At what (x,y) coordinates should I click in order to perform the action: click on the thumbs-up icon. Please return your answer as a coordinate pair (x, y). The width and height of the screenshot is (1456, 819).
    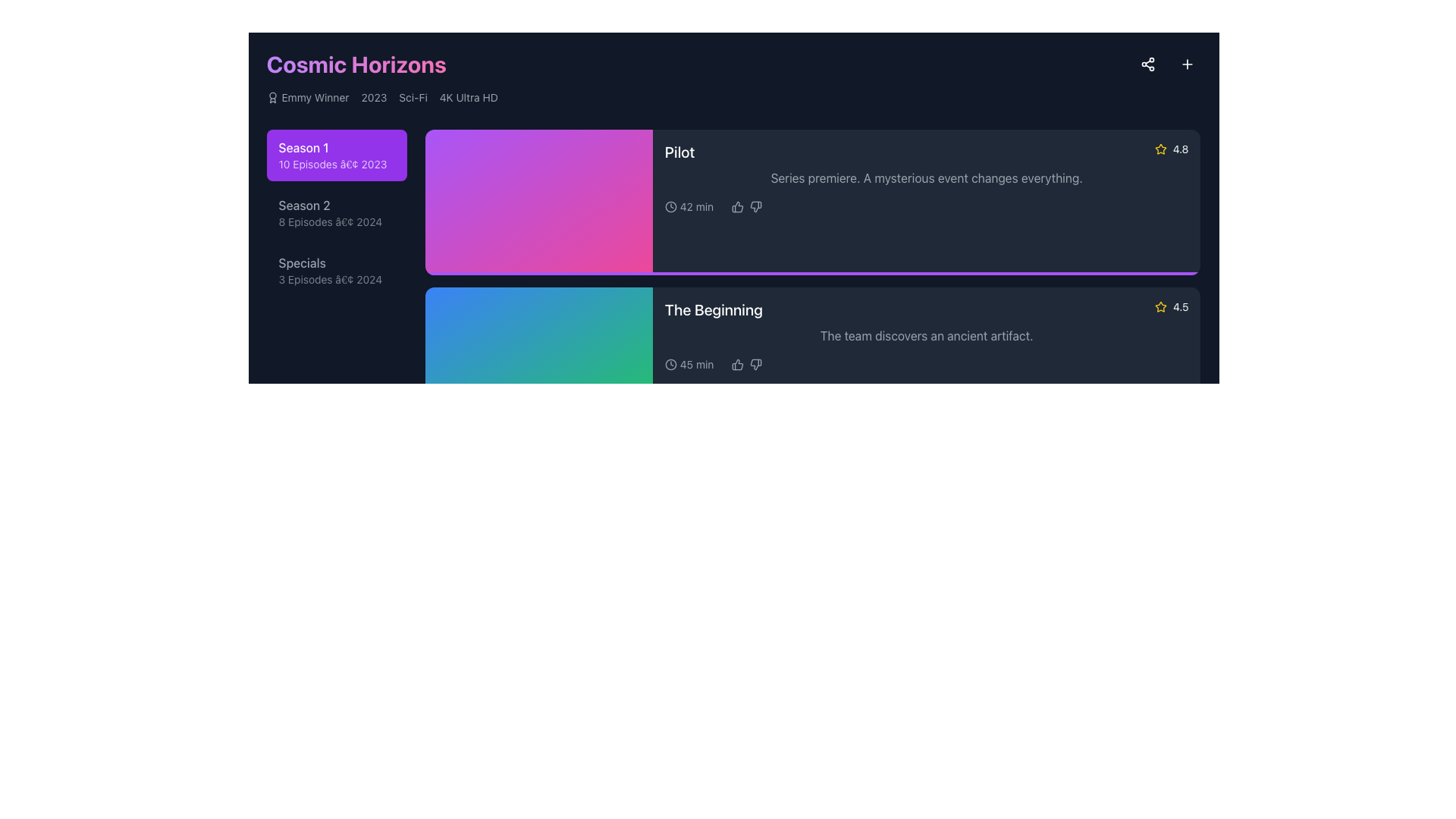
    Looking at the image, I should click on (738, 365).